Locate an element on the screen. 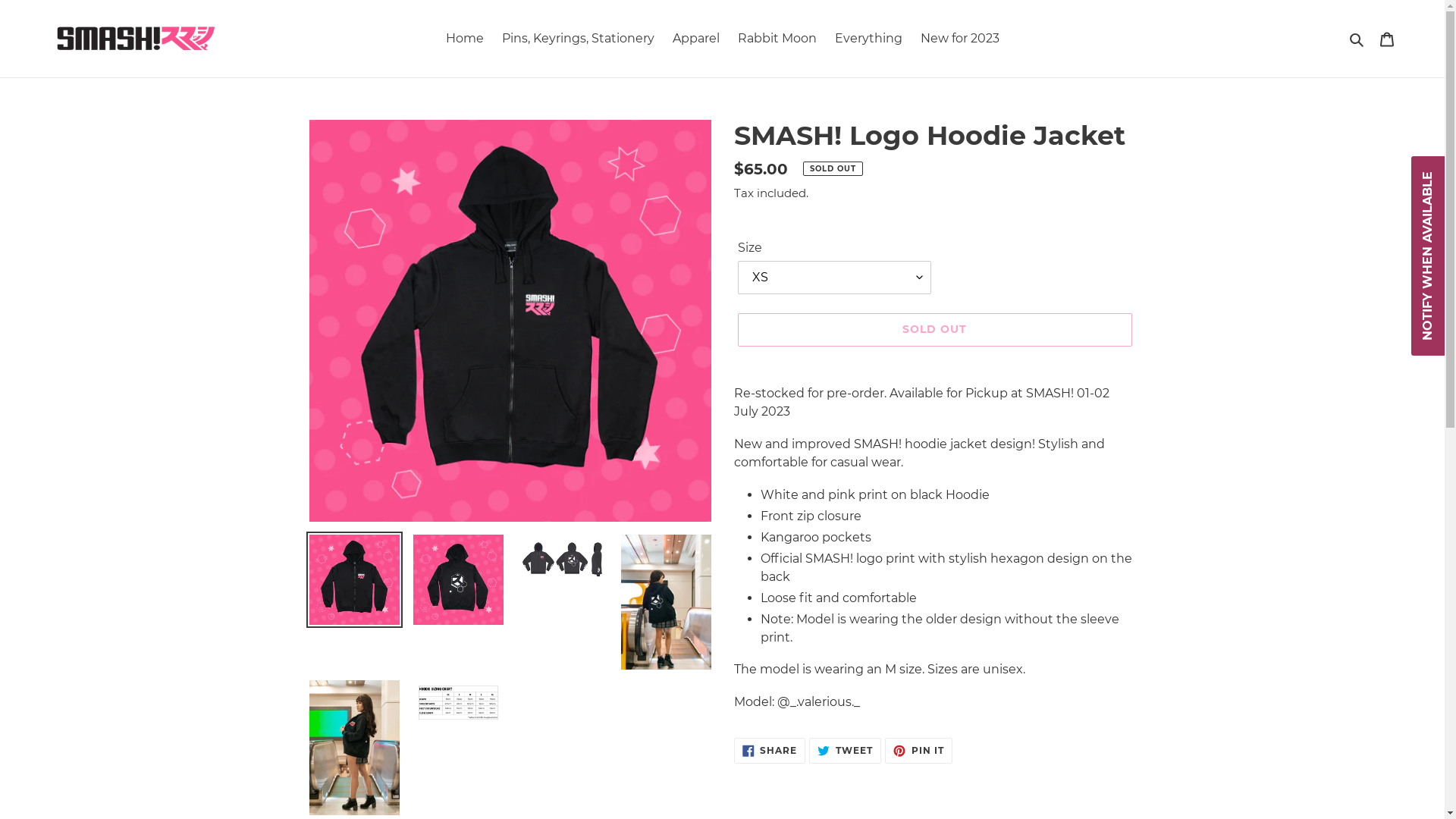 This screenshot has height=819, width=1456. 'SOLD OUT' is located at coordinates (934, 328).